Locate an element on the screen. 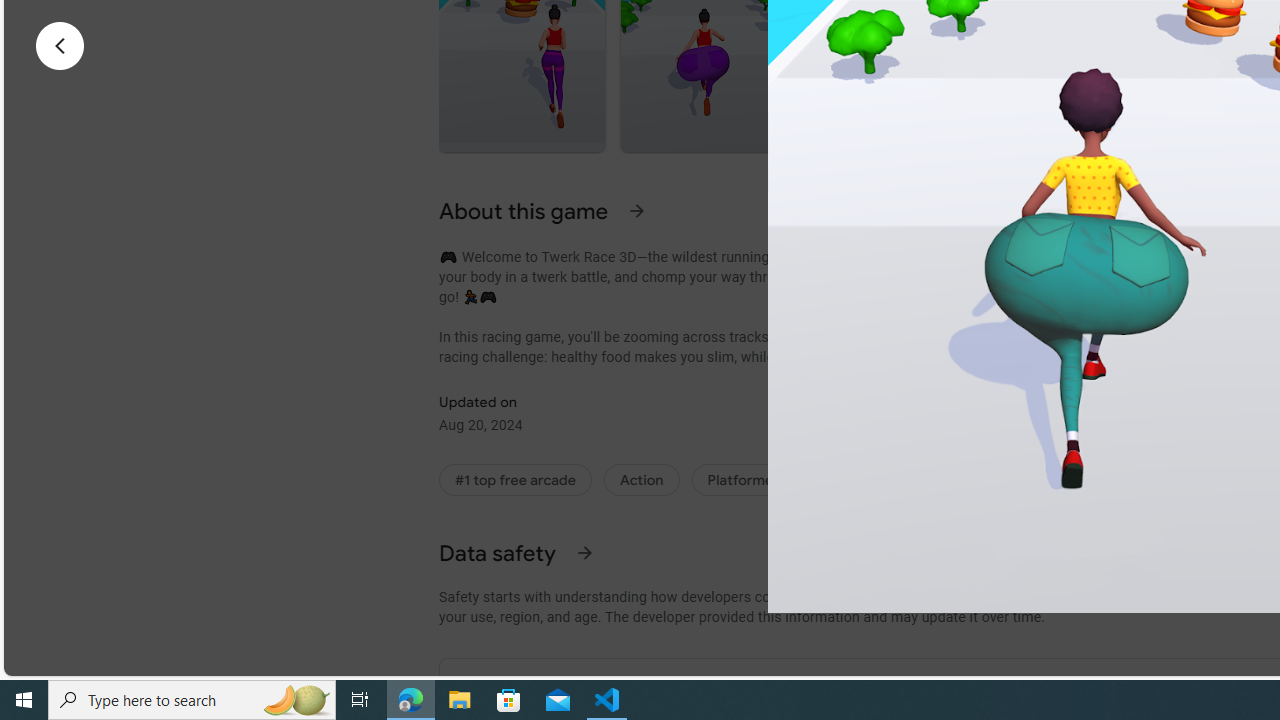  '#1 top free arcade' is located at coordinates (515, 479).